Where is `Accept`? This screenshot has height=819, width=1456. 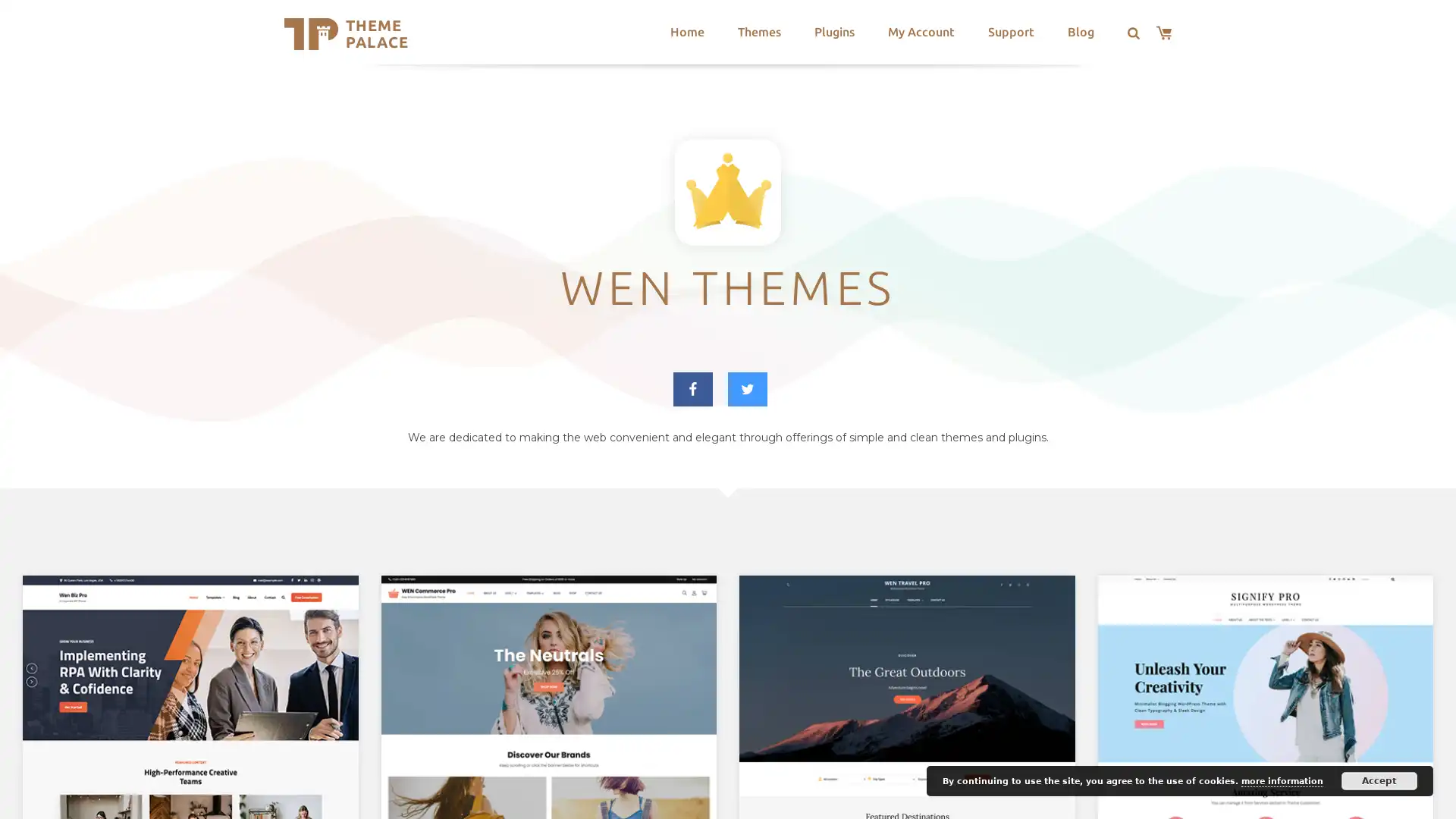 Accept is located at coordinates (1379, 780).